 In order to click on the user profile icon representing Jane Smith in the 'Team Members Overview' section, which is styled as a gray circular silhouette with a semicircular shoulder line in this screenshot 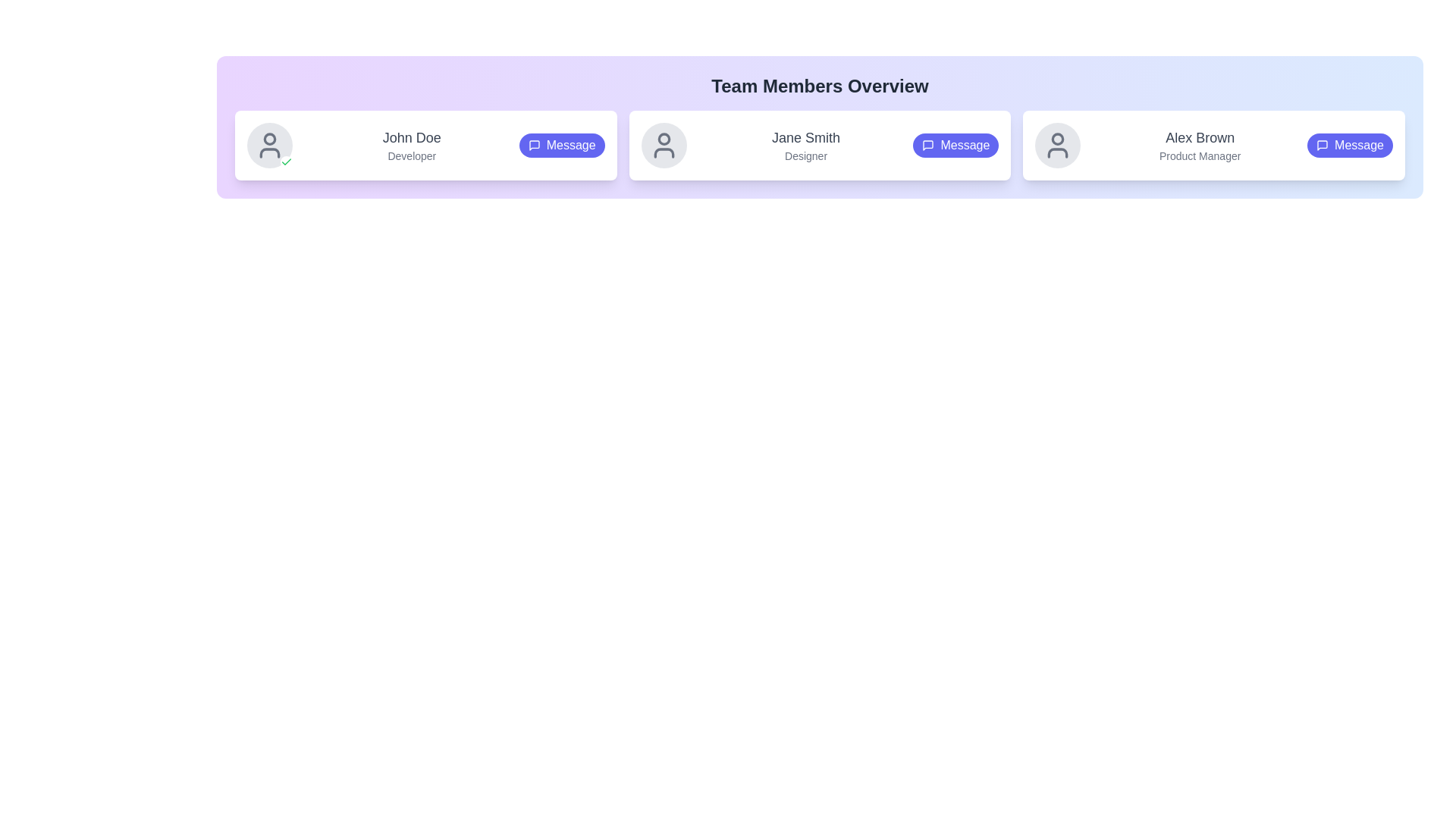, I will do `click(664, 146)`.